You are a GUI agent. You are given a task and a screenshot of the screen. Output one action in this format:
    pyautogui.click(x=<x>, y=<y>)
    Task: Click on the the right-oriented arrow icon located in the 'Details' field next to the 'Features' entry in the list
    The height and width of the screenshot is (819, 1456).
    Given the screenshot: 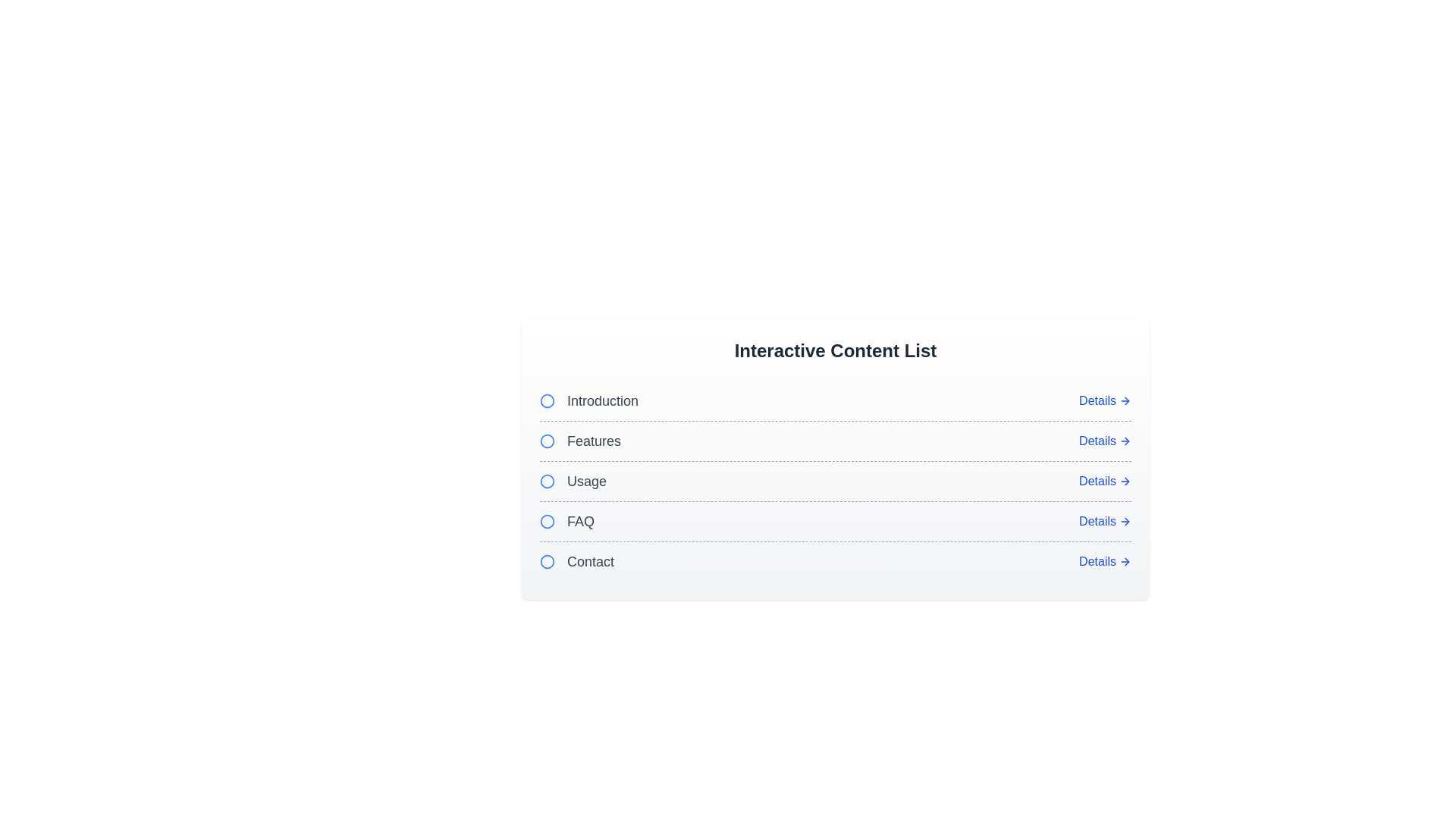 What is the action you would take?
    pyautogui.click(x=1127, y=441)
    